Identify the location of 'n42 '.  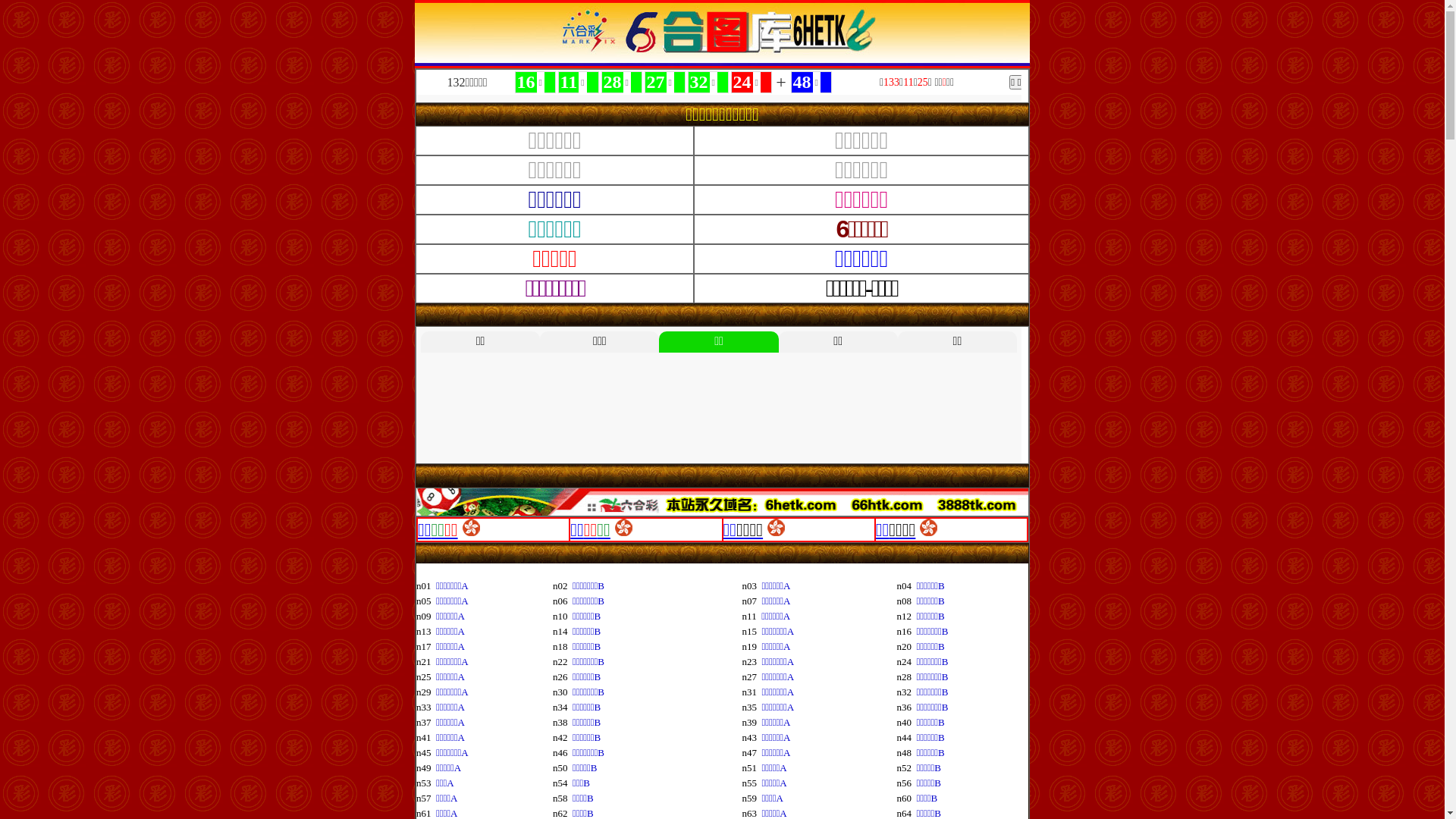
(562, 736).